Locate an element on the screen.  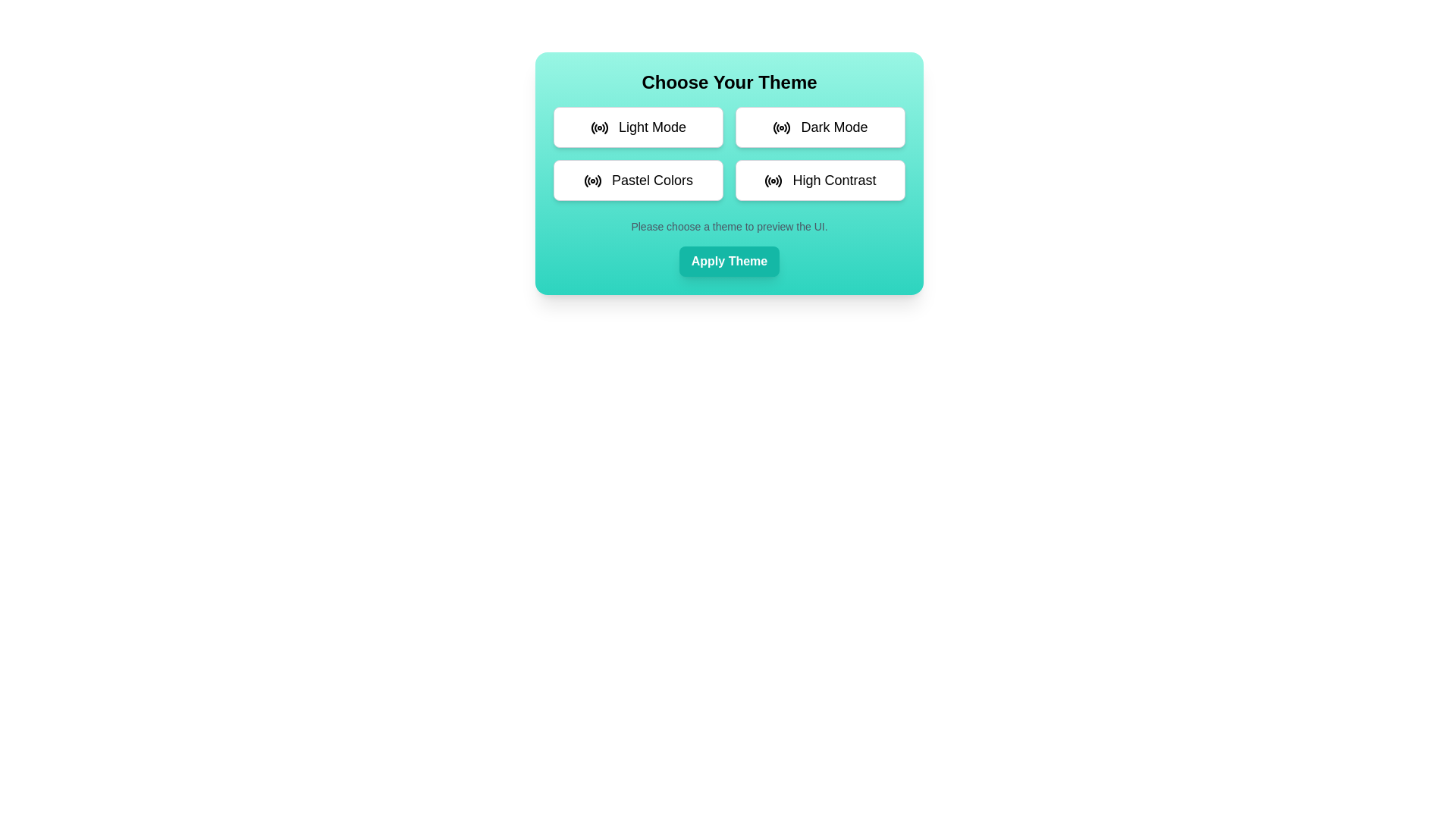
the visual indication of the 'High Contrast' theme selection option icon located to the left of the 'High Contrast' text label in the bottom-right of the theme selection options is located at coordinates (773, 180).